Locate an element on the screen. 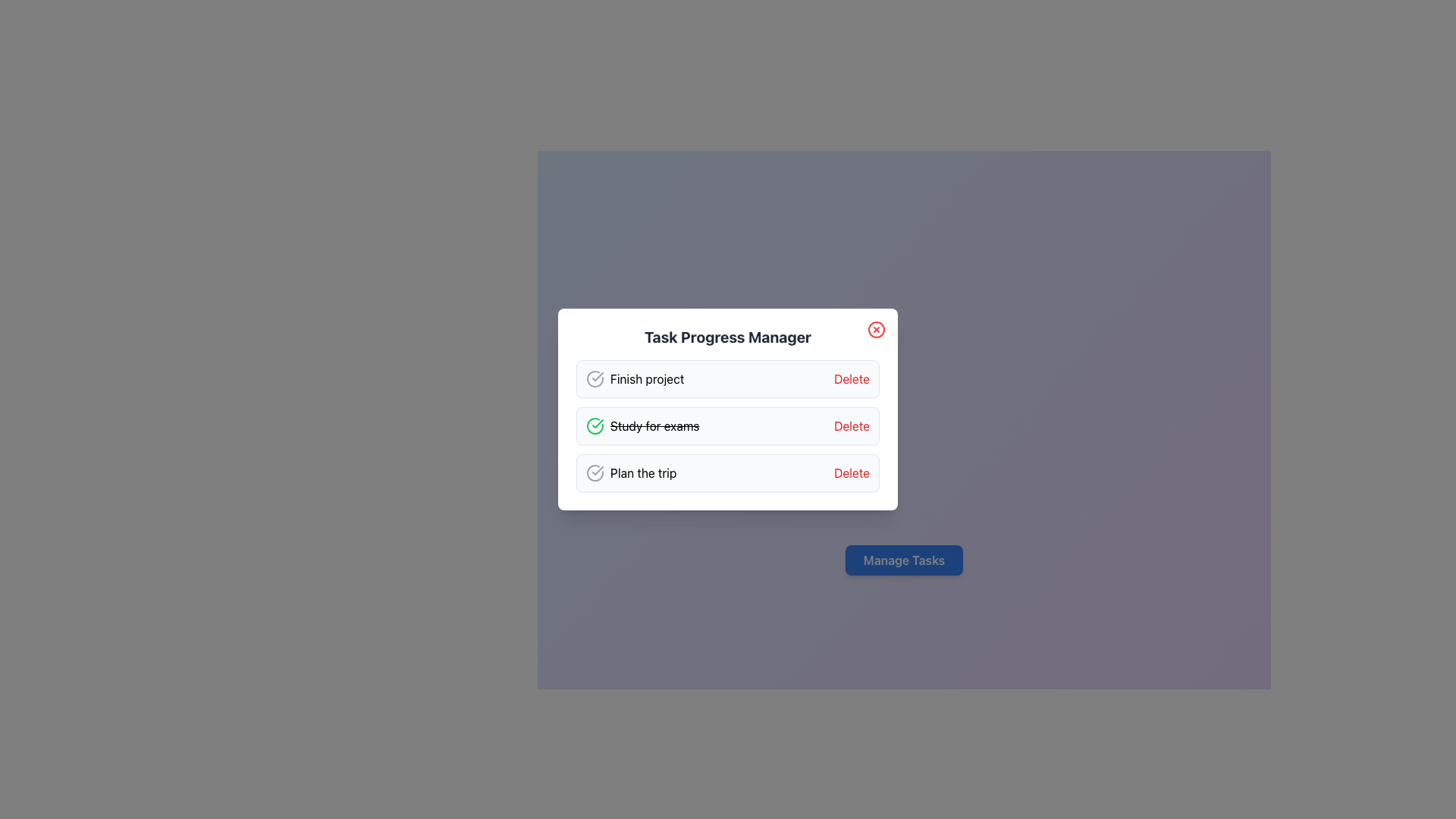 The width and height of the screenshot is (1456, 819). the circular checkmark icon that is gray in color and positioned to the left of the 'Finish project' text is located at coordinates (595, 378).